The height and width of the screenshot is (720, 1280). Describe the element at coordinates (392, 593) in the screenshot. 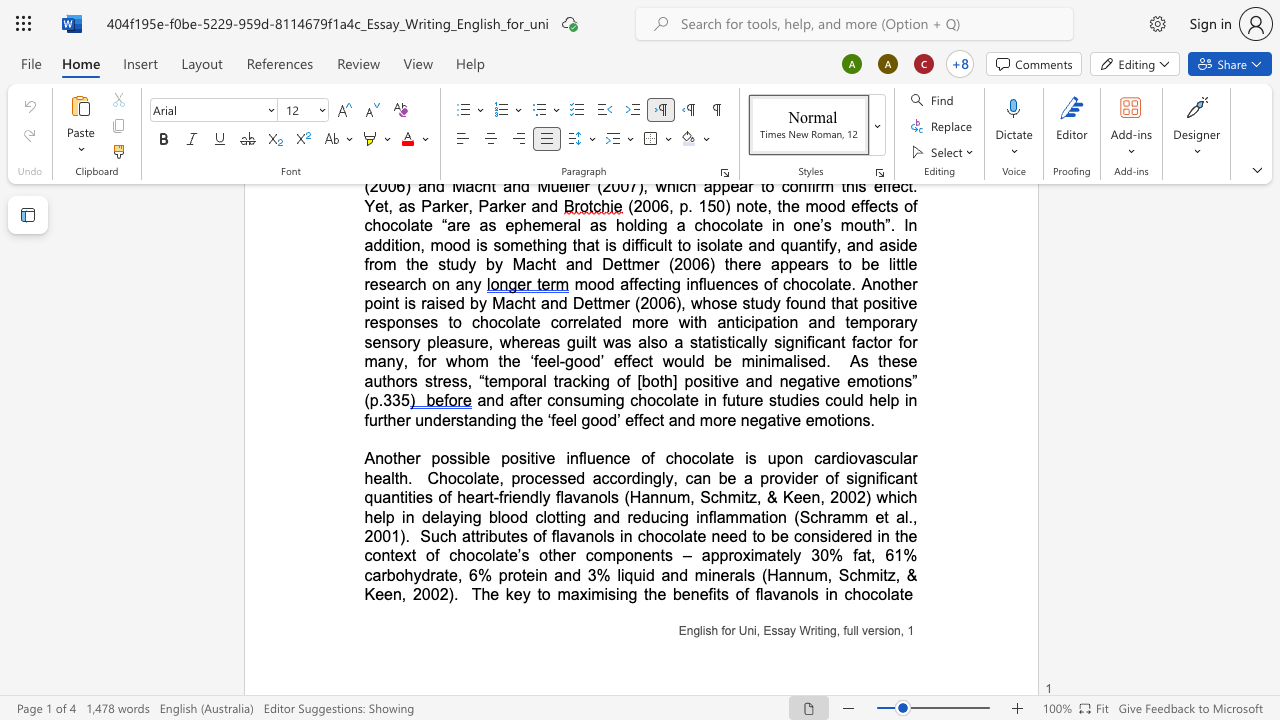

I see `the space between the continuous character "e" and "n" in the text` at that location.